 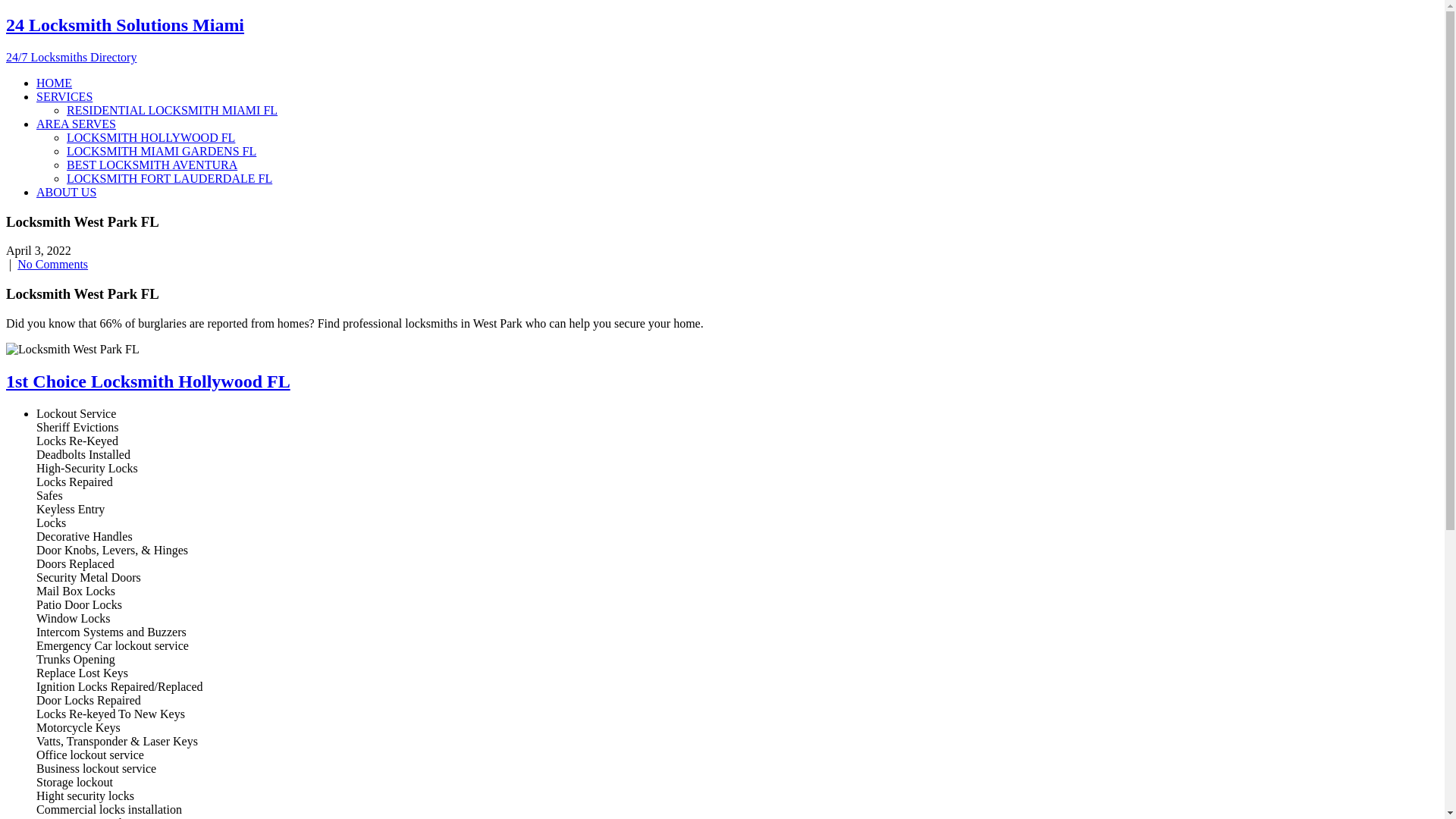 I want to click on 'SERVICES', so click(x=36, y=96).